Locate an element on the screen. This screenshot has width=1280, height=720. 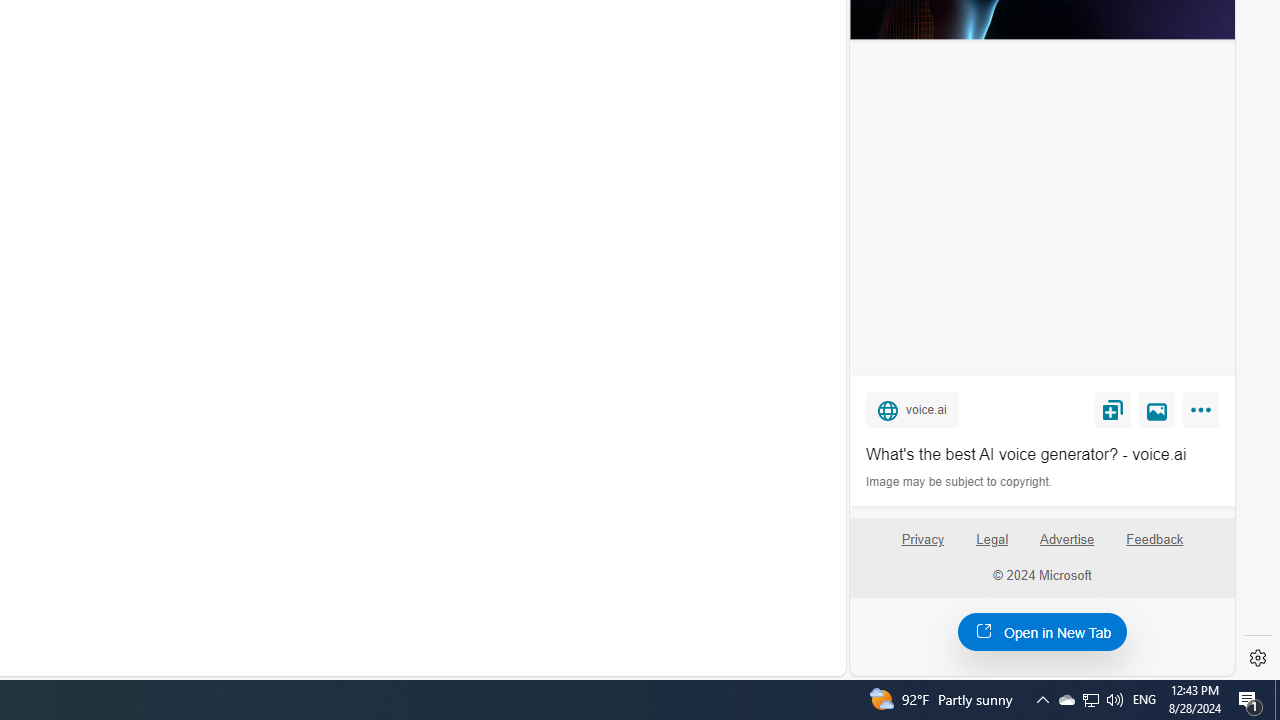
'Image may be subject to copyright.' is located at coordinates (960, 482).